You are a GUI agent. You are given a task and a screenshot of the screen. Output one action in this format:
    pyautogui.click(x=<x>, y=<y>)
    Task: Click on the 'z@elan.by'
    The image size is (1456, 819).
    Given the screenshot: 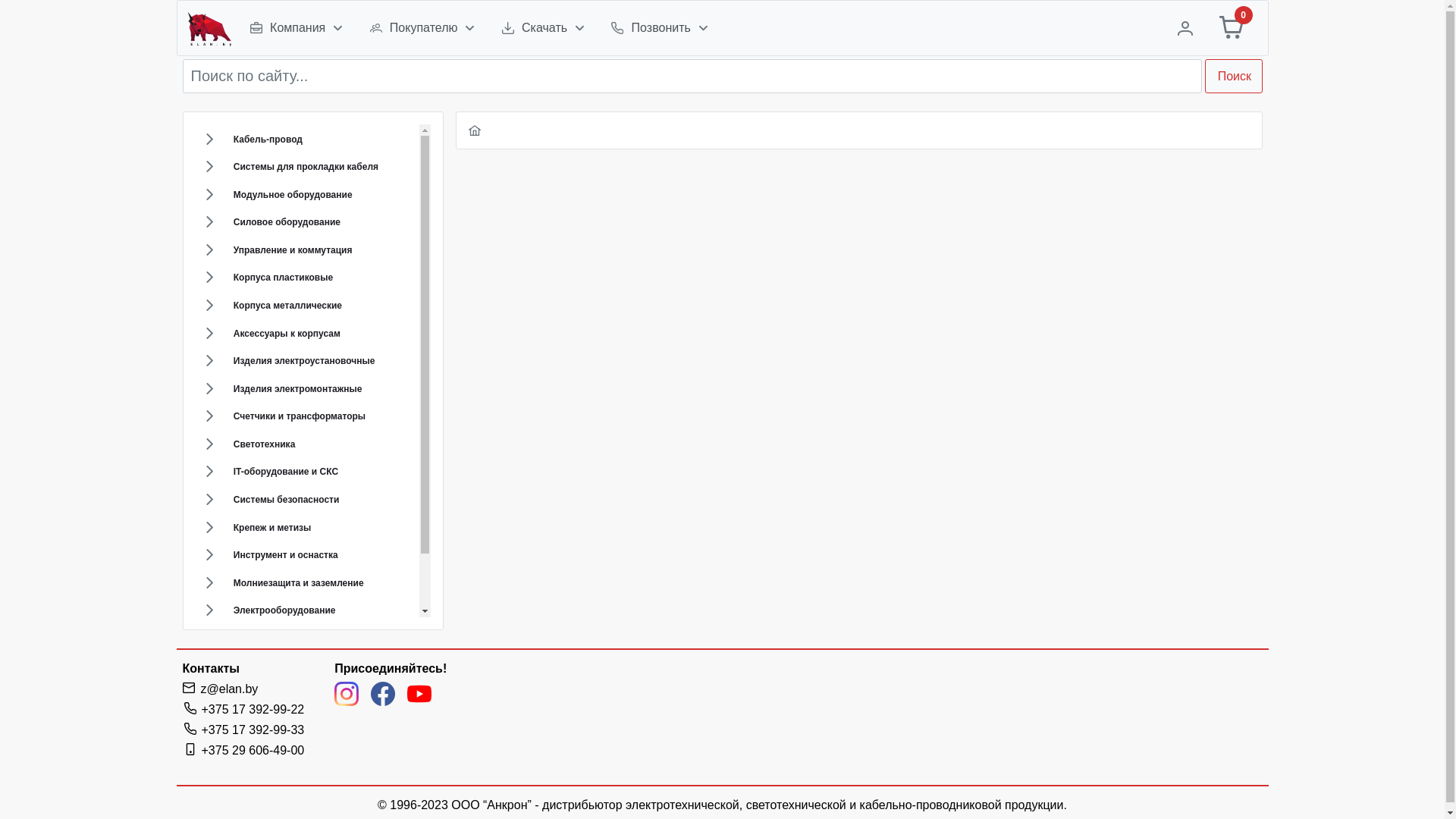 What is the action you would take?
    pyautogui.click(x=228, y=689)
    